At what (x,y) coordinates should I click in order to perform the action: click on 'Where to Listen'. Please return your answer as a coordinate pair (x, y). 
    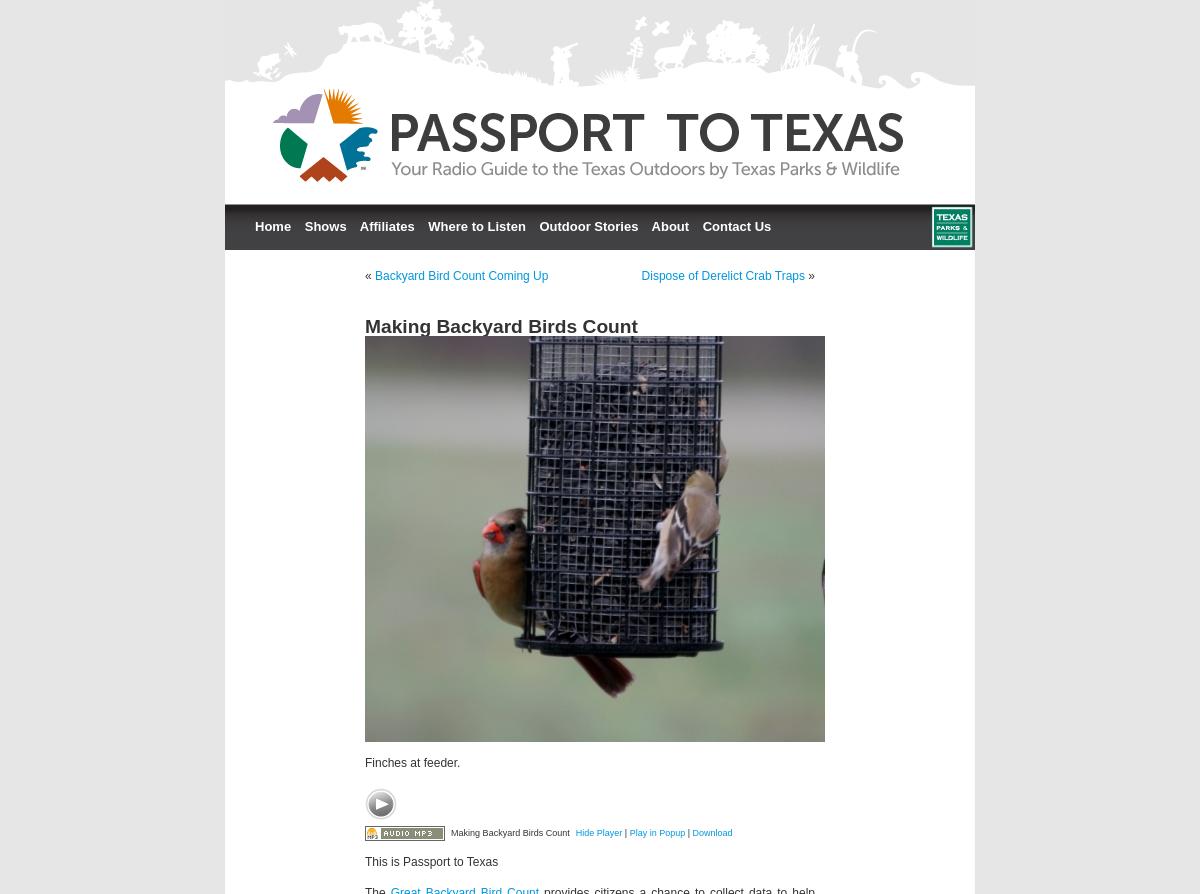
    Looking at the image, I should click on (475, 225).